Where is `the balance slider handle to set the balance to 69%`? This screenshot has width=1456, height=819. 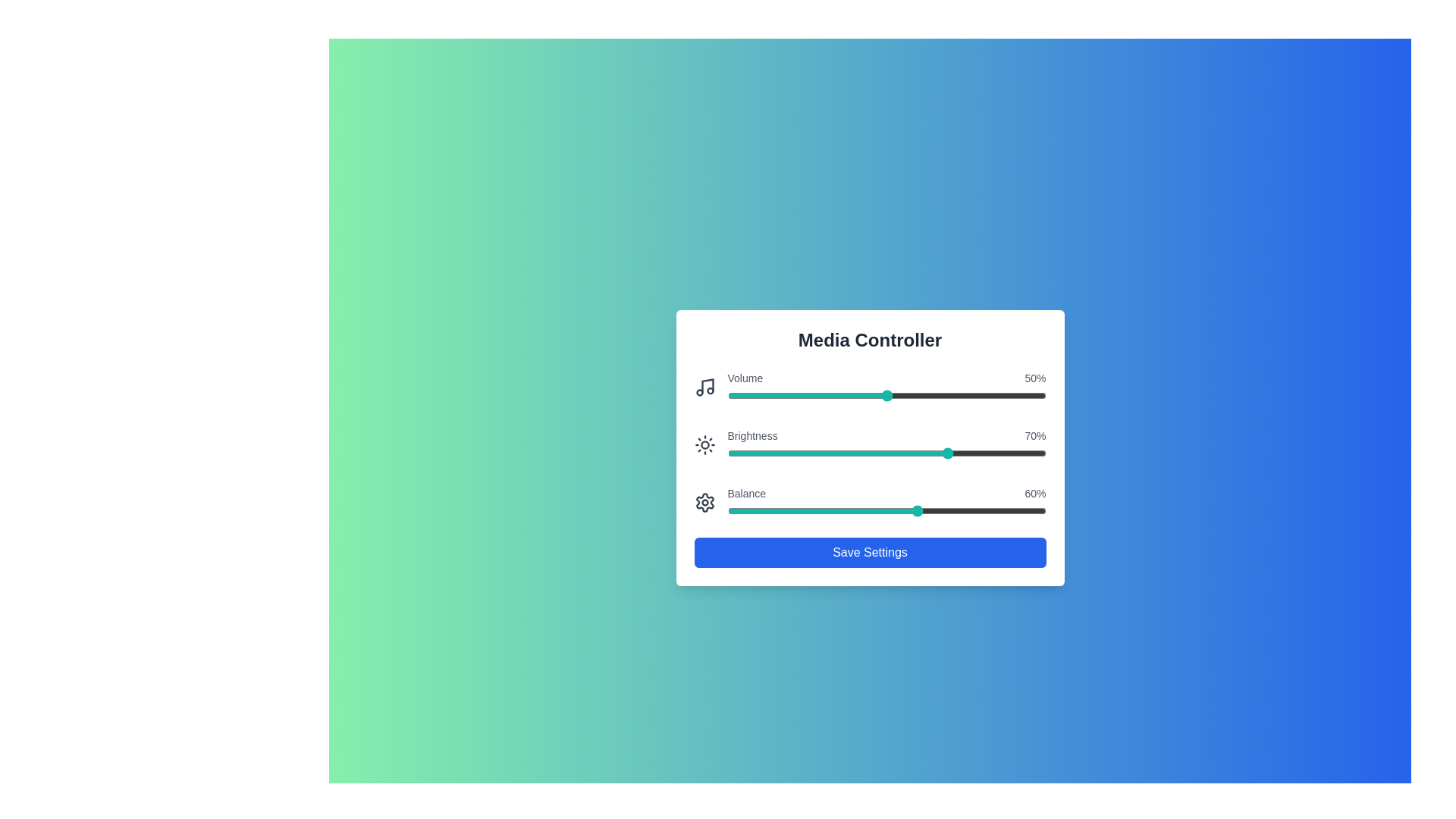 the balance slider handle to set the balance to 69% is located at coordinates (946, 511).